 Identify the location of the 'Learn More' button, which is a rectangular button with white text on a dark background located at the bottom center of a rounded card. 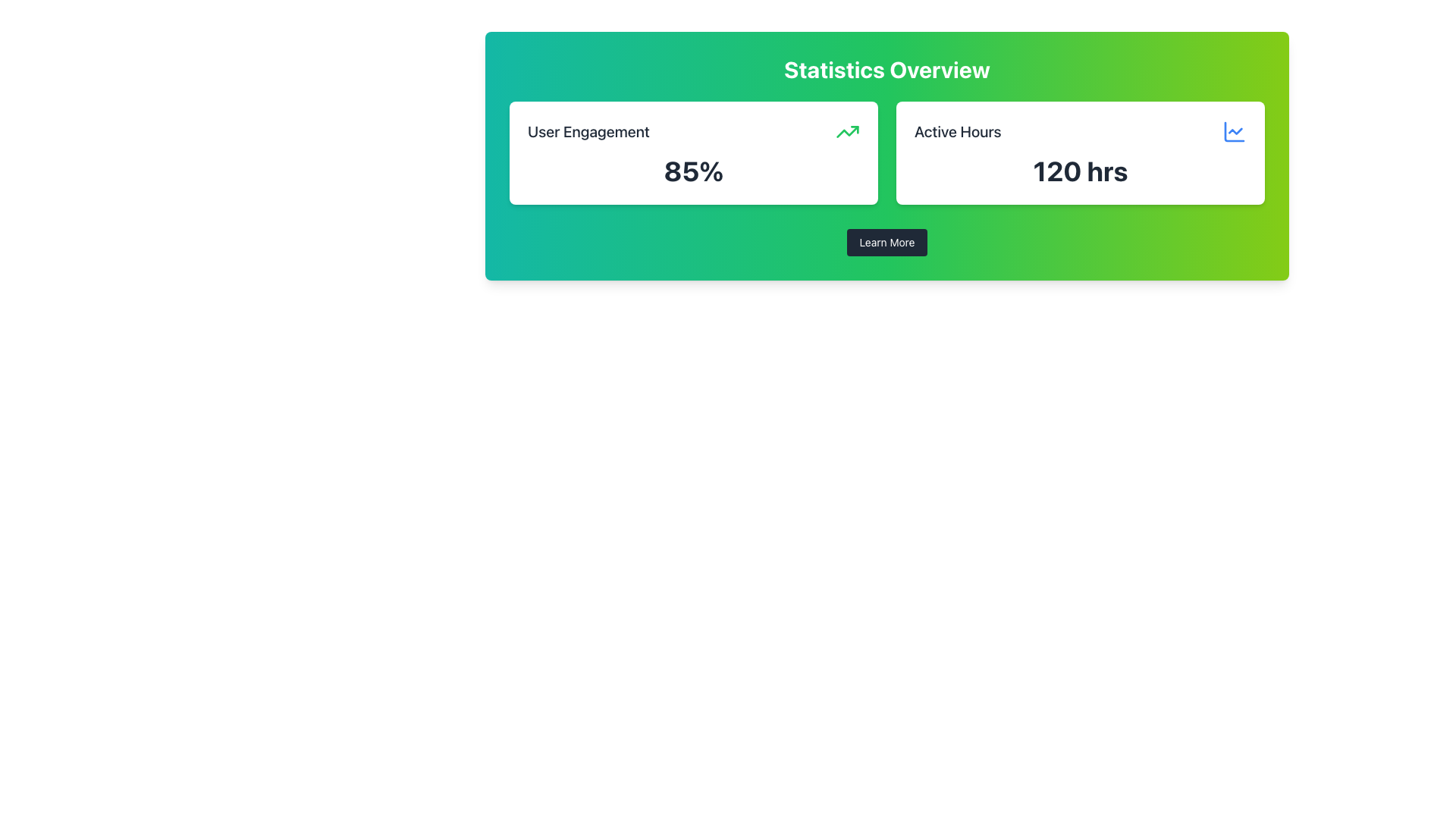
(887, 242).